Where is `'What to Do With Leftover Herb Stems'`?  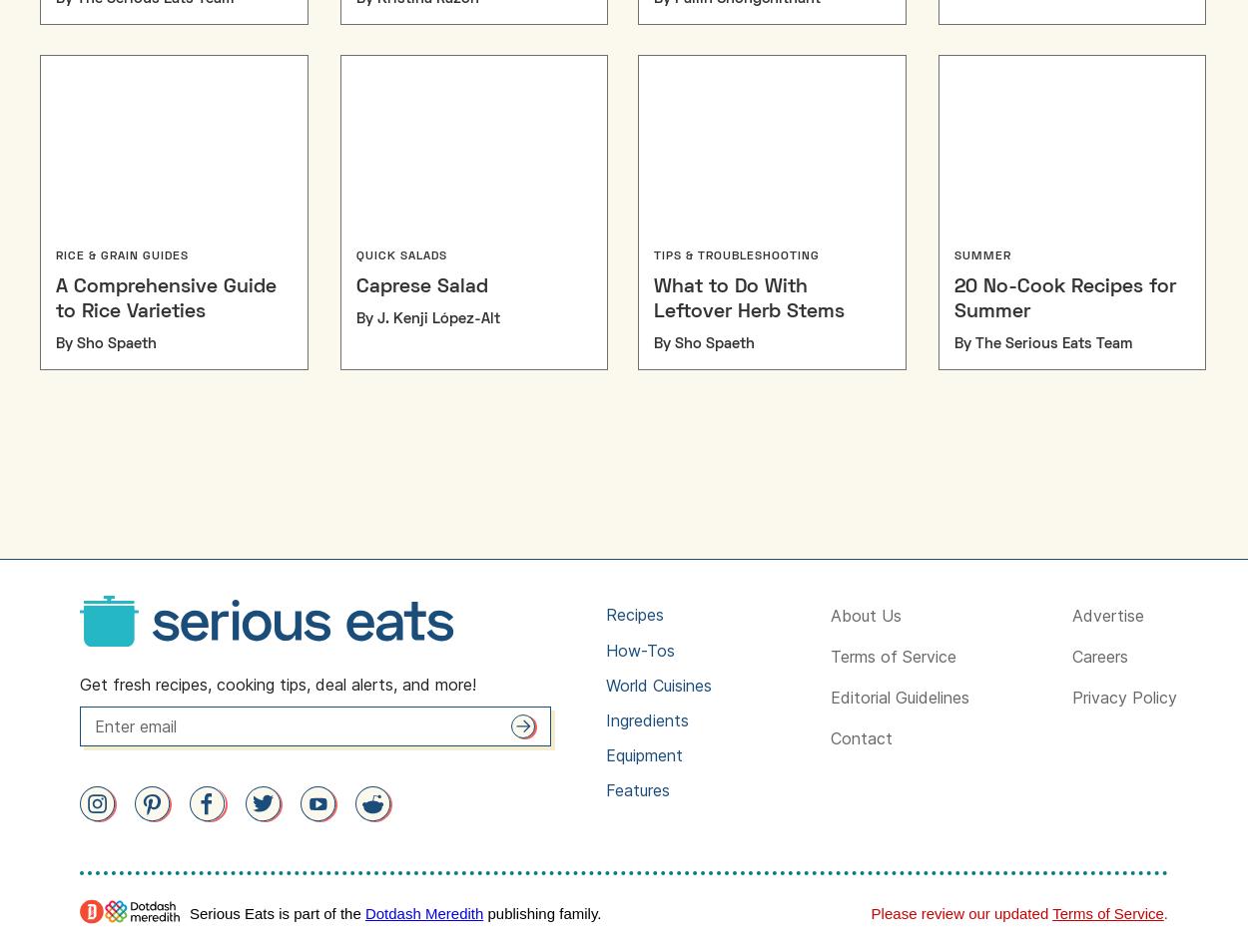
'What to Do With Leftover Herb Stems' is located at coordinates (749, 298).